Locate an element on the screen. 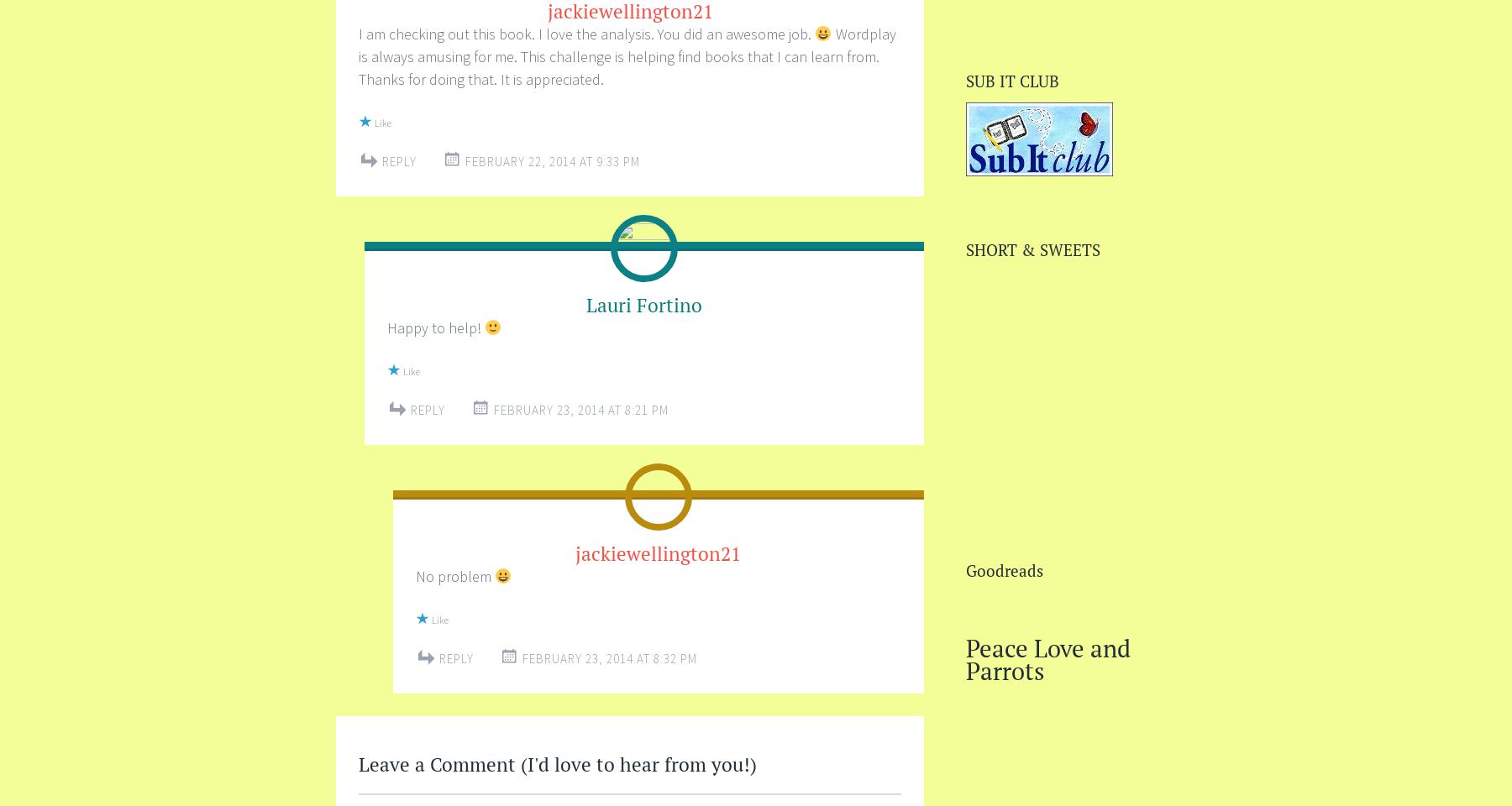 Image resolution: width=1512 pixels, height=806 pixels. 'I am checking out this book. I love the analysis. You did an awesome job.' is located at coordinates (585, 33).